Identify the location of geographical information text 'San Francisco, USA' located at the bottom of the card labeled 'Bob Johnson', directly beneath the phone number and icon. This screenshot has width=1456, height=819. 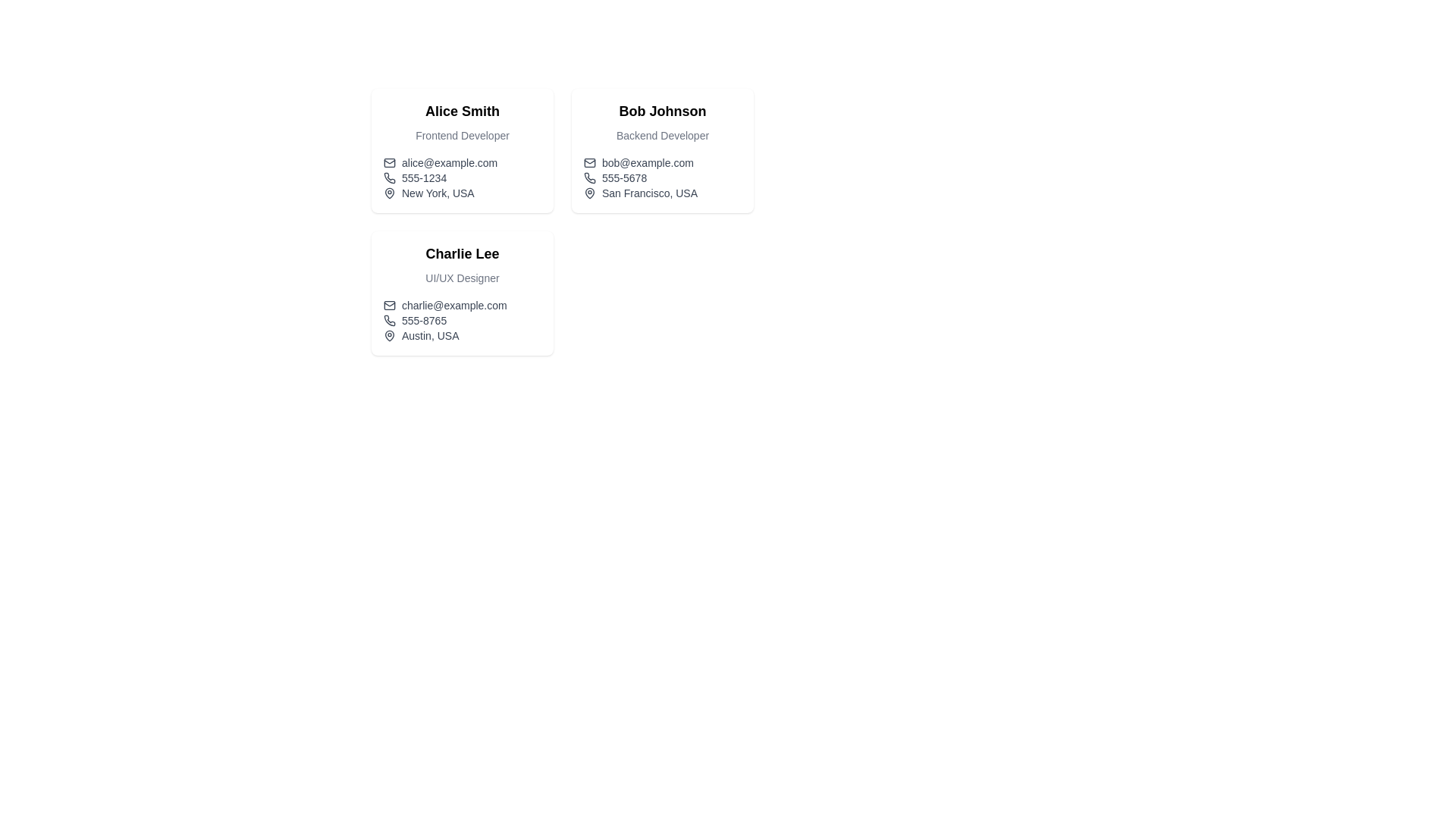
(662, 192).